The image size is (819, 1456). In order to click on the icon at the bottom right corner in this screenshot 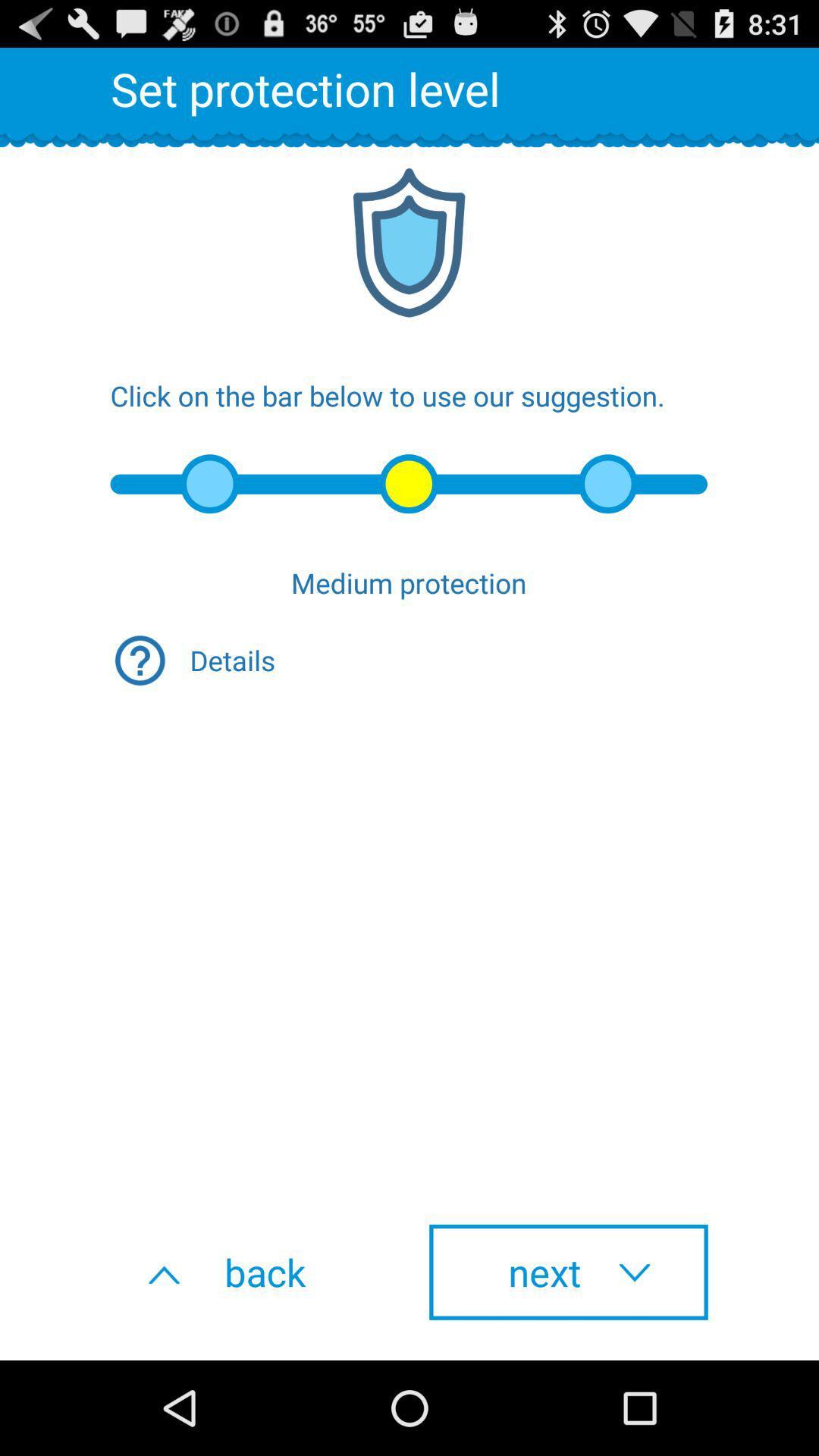, I will do `click(568, 1272)`.